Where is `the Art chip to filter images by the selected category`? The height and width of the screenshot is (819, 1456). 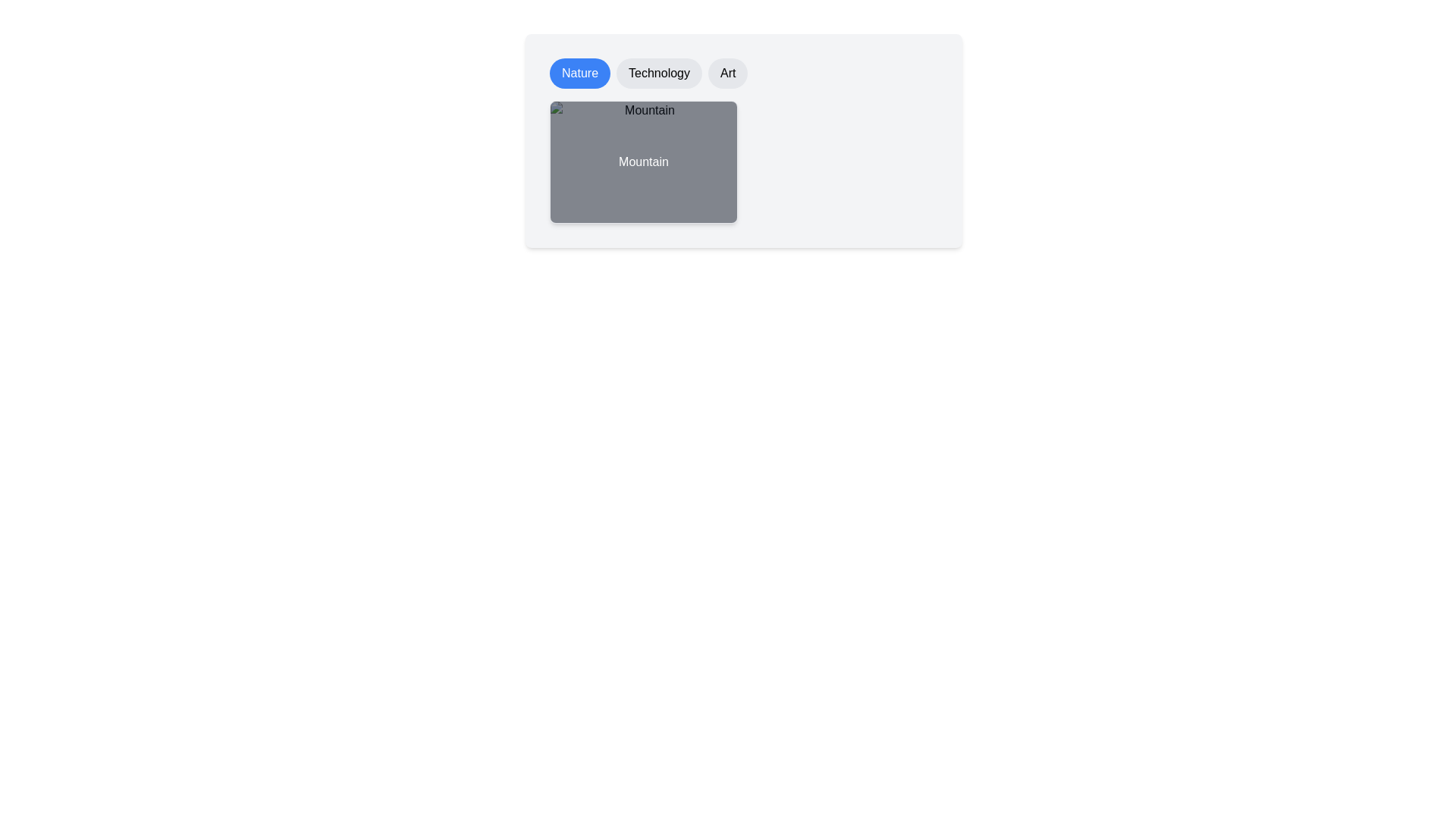
the Art chip to filter images by the selected category is located at coordinates (728, 73).